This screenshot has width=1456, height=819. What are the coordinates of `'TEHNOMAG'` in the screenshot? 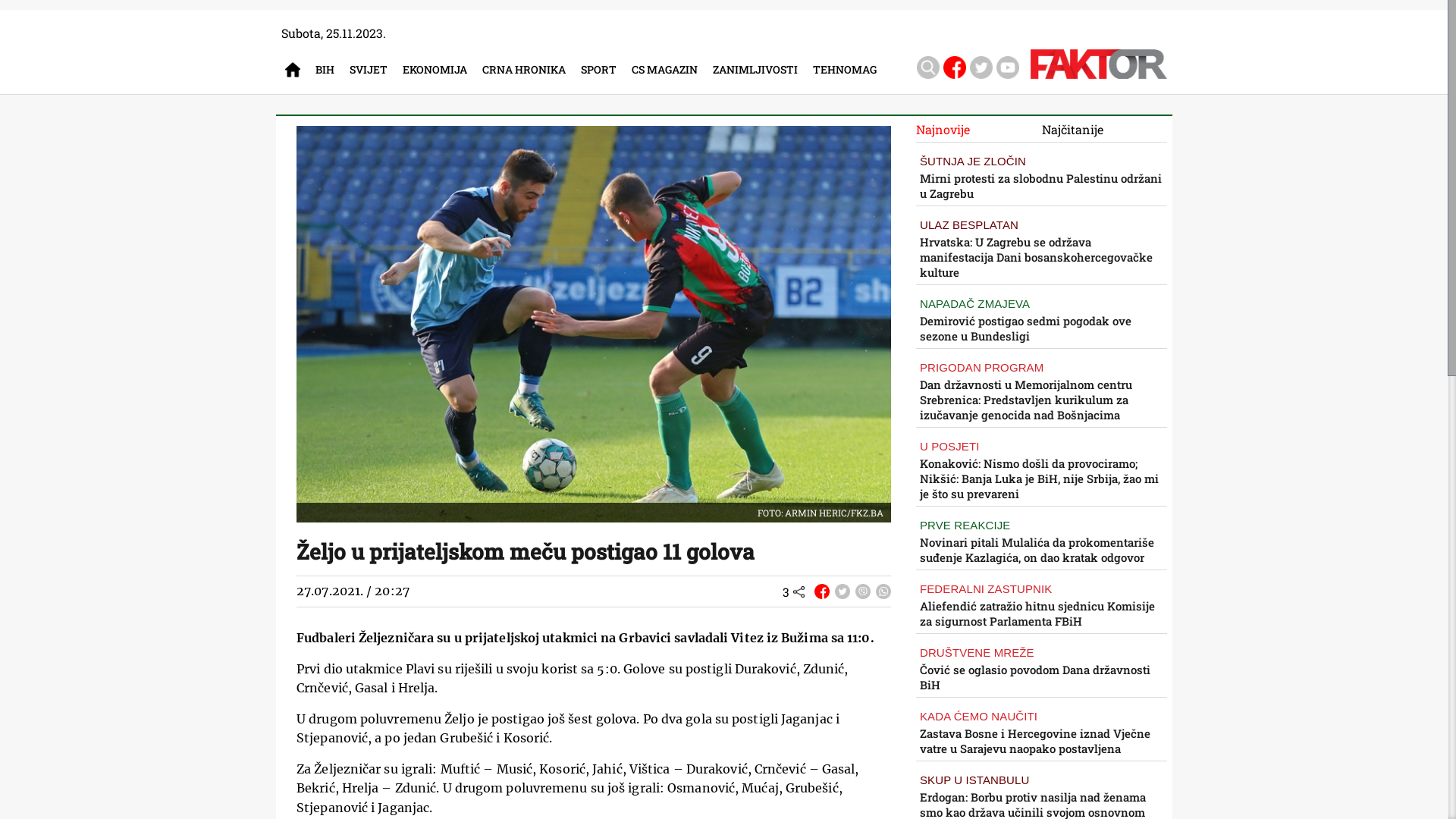 It's located at (847, 69).